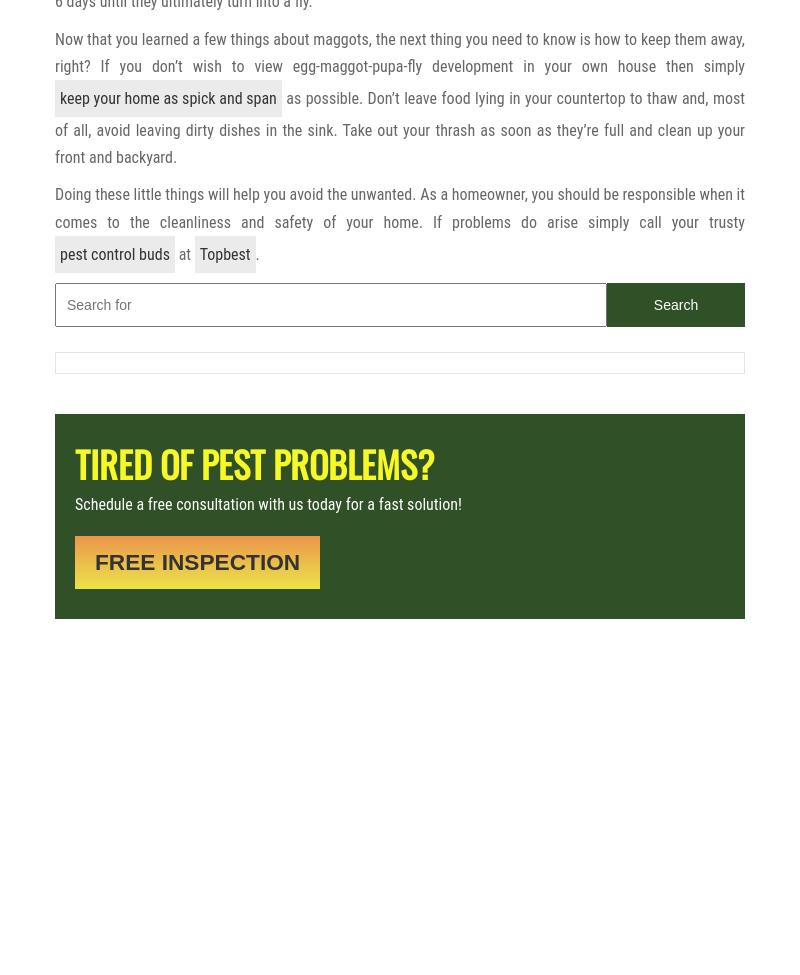  What do you see at coordinates (167, 97) in the screenshot?
I see `'keep your home as spick and span'` at bounding box center [167, 97].